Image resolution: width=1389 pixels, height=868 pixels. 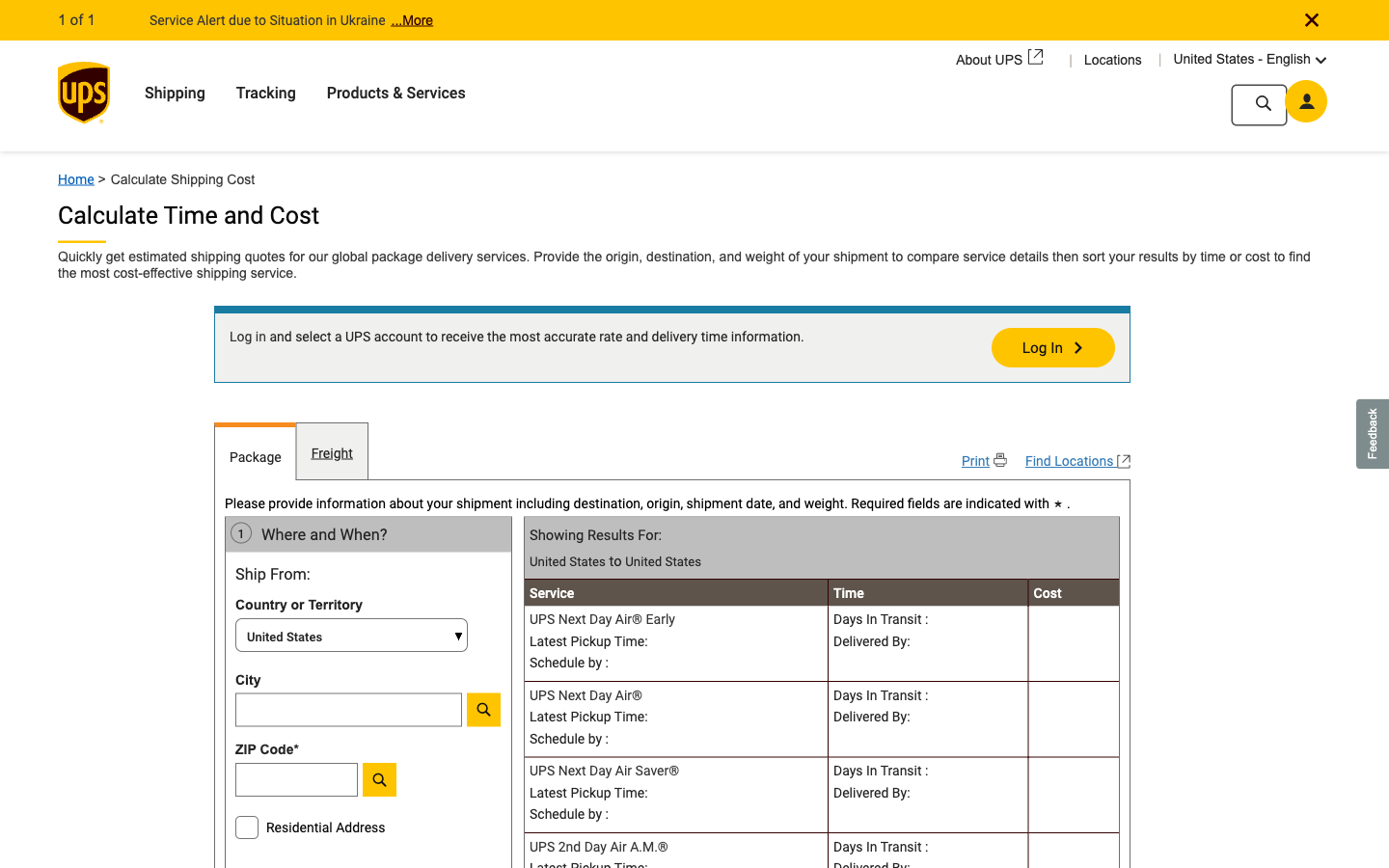 What do you see at coordinates (347, 784) in the screenshot?
I see `Look up the package associated with the Postal Code "10243"` at bounding box center [347, 784].